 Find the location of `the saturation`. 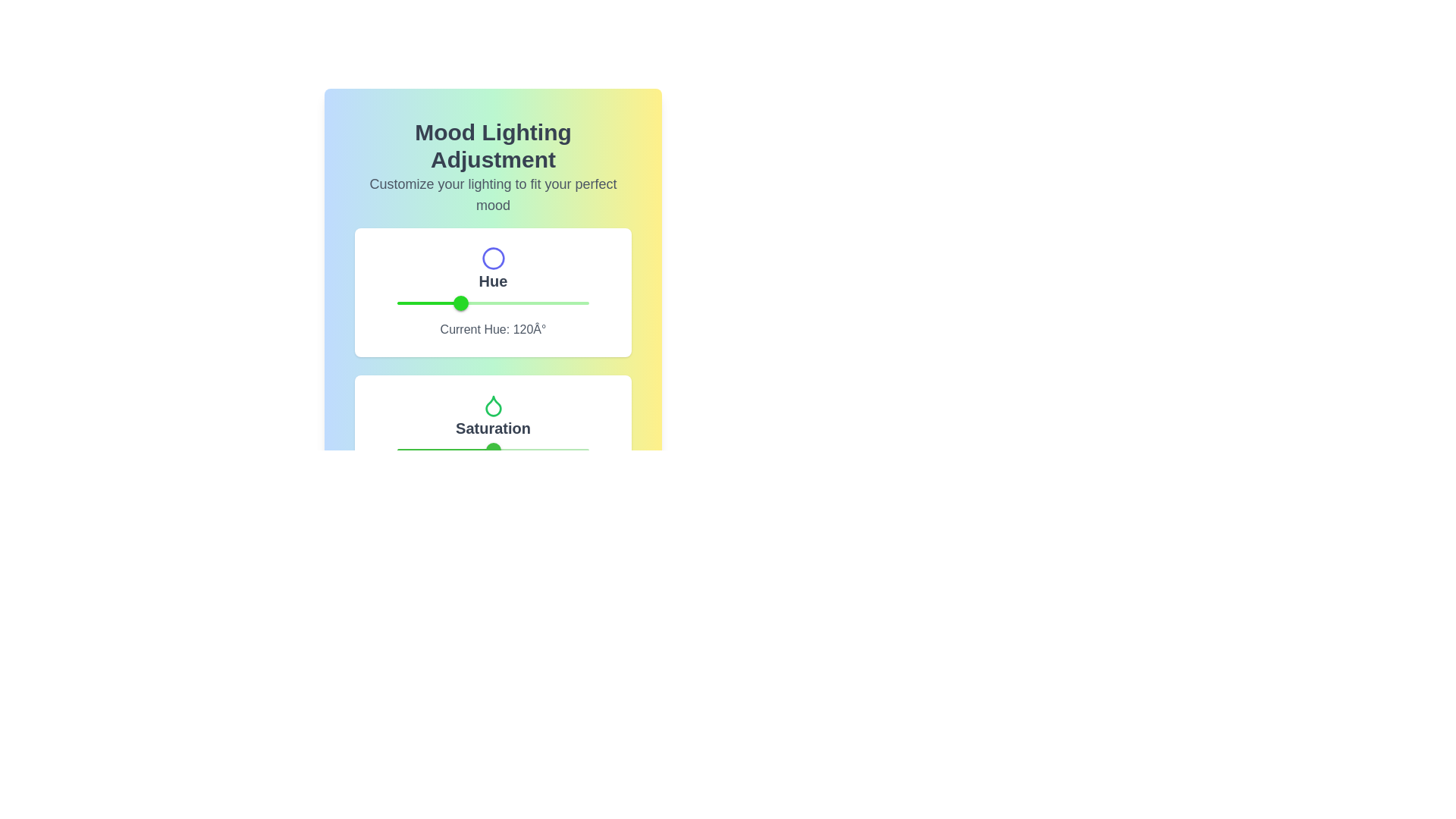

the saturation is located at coordinates (482, 450).